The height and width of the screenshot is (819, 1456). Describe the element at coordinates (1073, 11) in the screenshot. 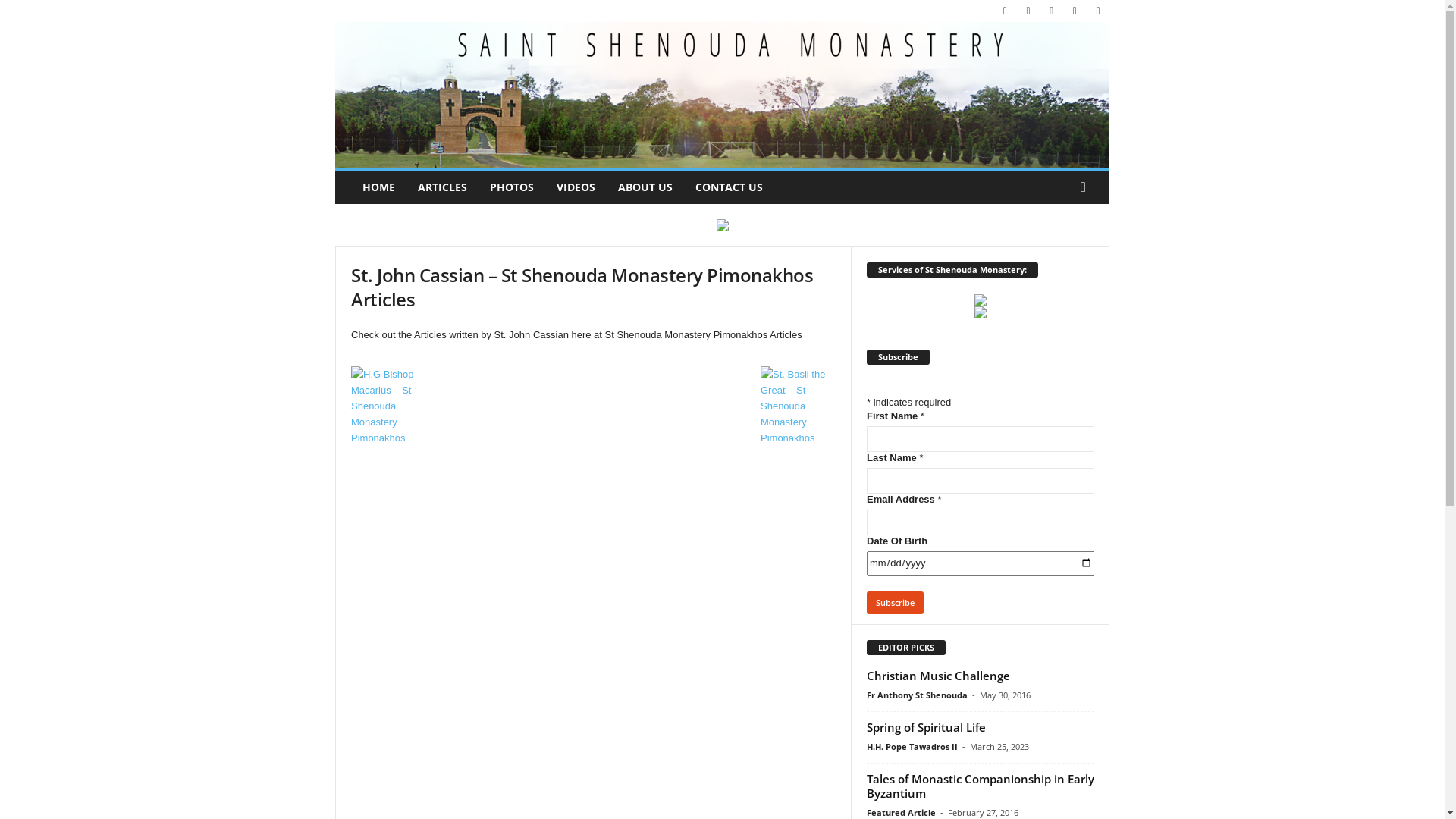

I see `'Spotify'` at that location.